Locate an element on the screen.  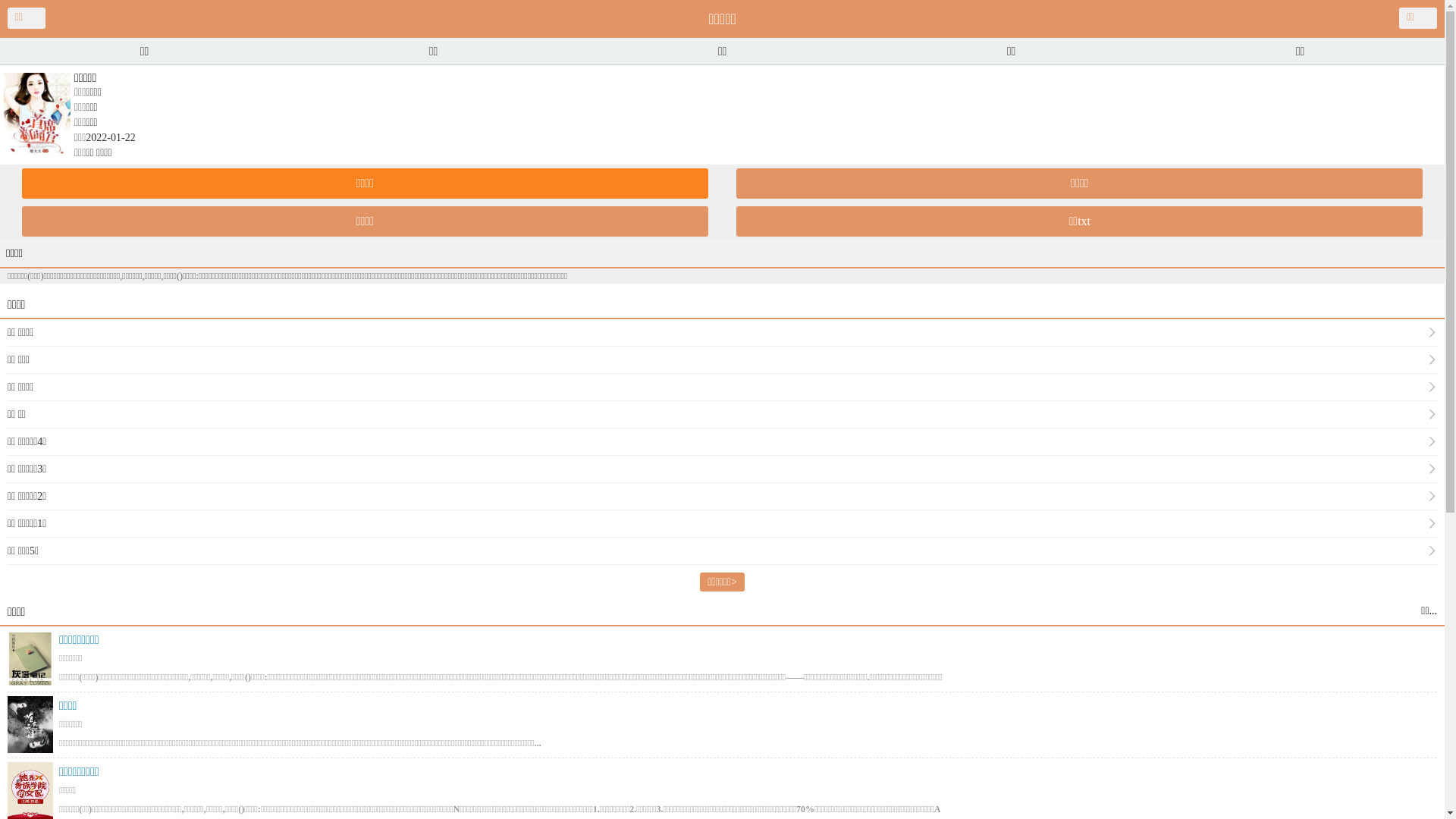
'2022-01-22' is located at coordinates (85, 137).